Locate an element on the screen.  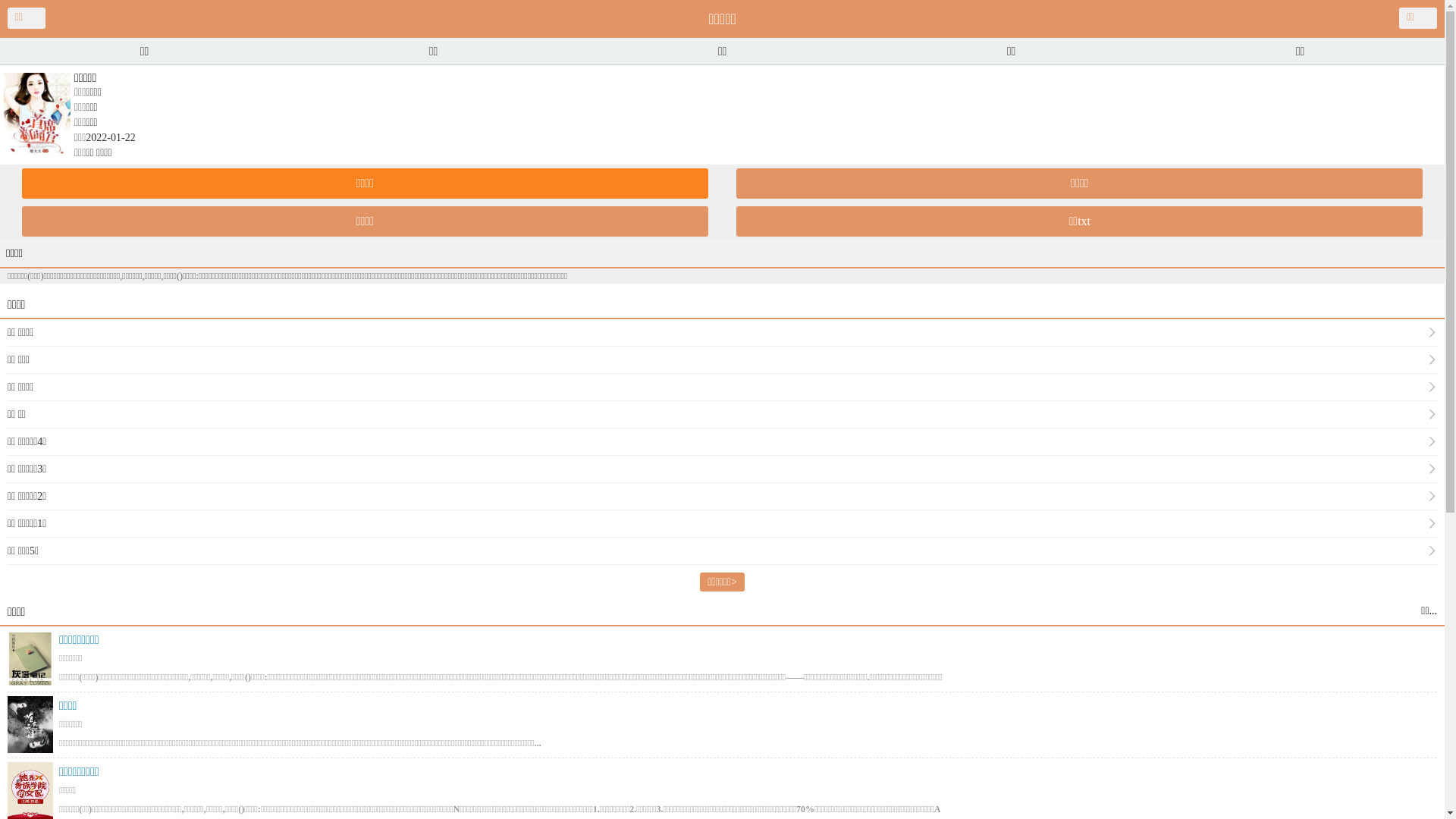
'2022-01-22' is located at coordinates (85, 137).